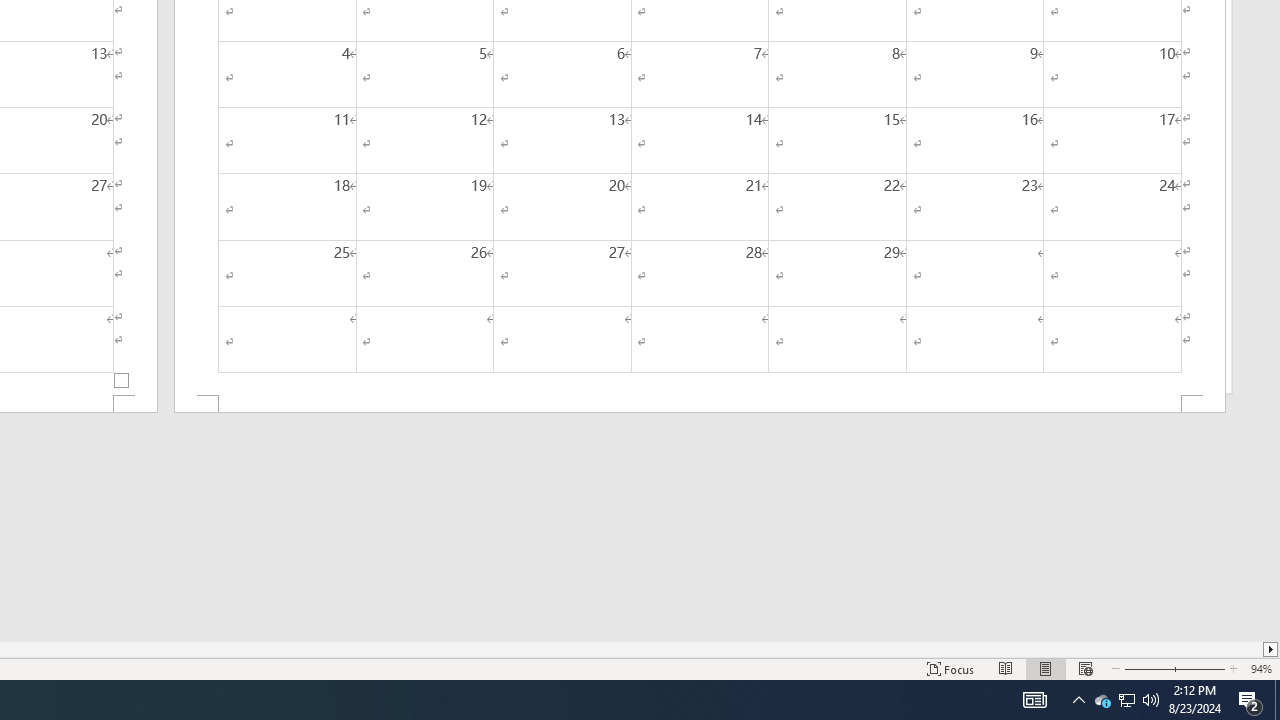 The image size is (1280, 720). Describe the element at coordinates (700, 404) in the screenshot. I see `'Footer -Section 2-'` at that location.